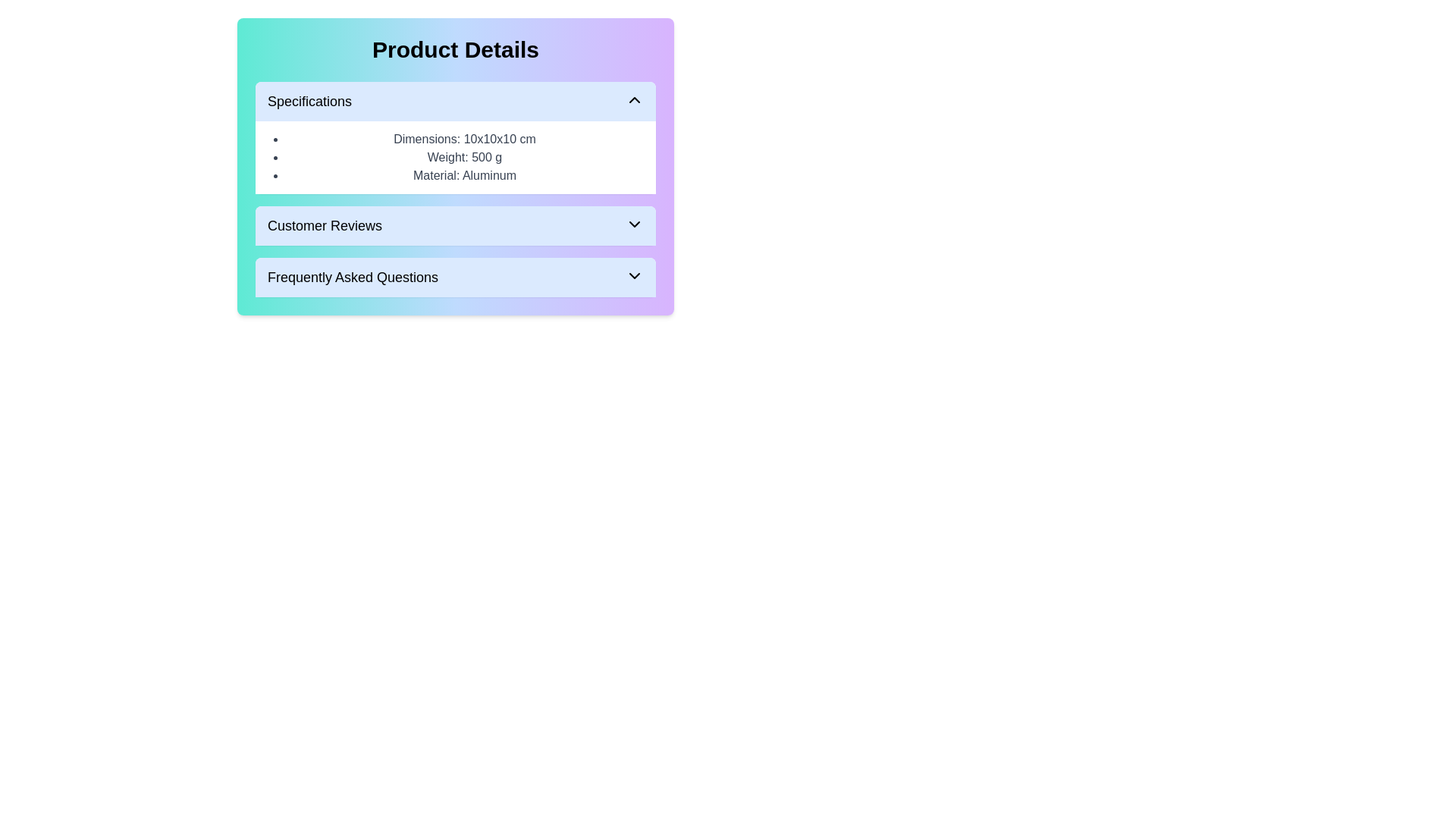 This screenshot has width=1456, height=819. I want to click on the text label displaying 'Material: Aluminum', which is the third item in the bullet-pointed list under the 'Specifications' section, so click(464, 174).